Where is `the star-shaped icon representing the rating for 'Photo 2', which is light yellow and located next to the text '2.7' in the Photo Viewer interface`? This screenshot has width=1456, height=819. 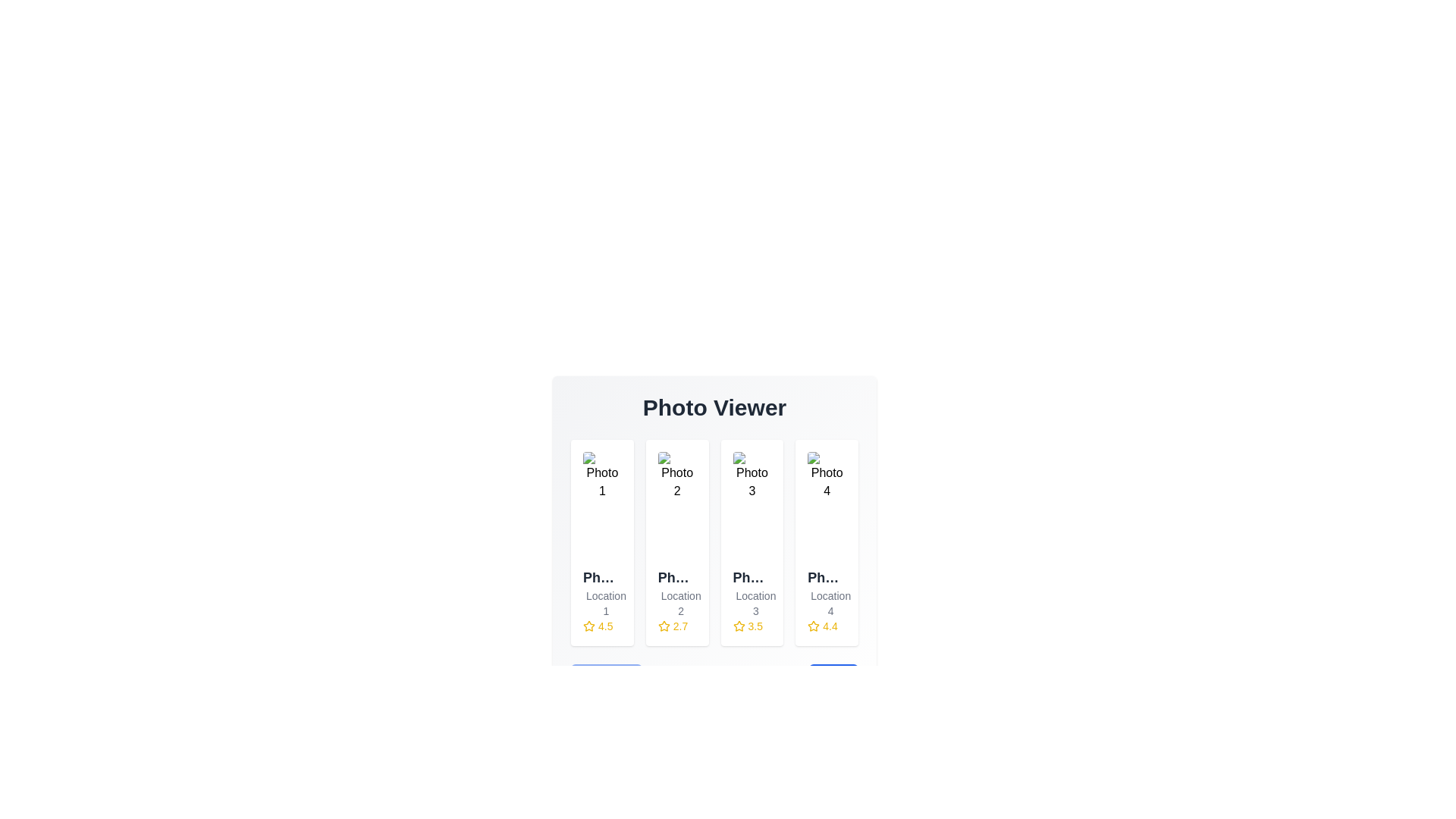
the star-shaped icon representing the rating for 'Photo 2', which is light yellow and located next to the text '2.7' in the Photo Viewer interface is located at coordinates (664, 626).